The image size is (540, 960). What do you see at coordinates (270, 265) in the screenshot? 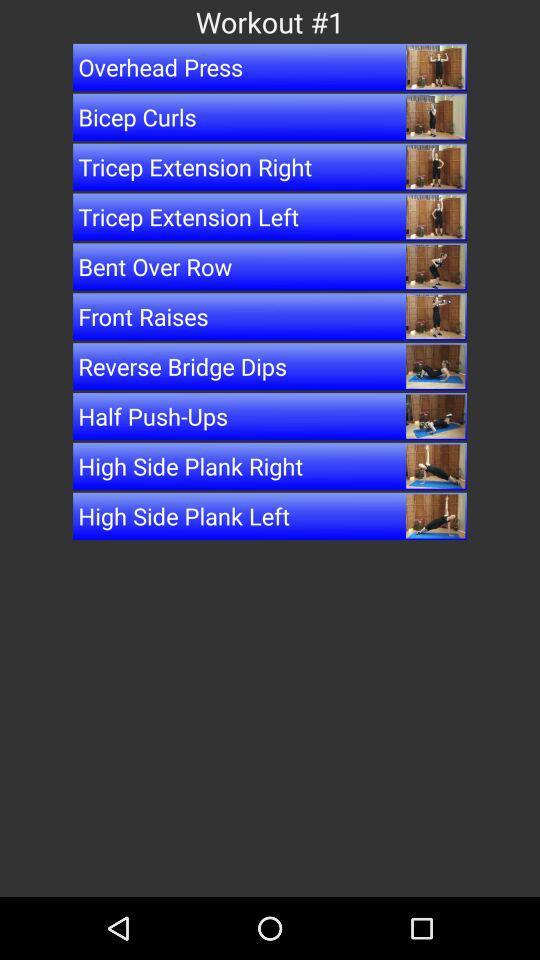
I see `item above the front raises button` at bounding box center [270, 265].